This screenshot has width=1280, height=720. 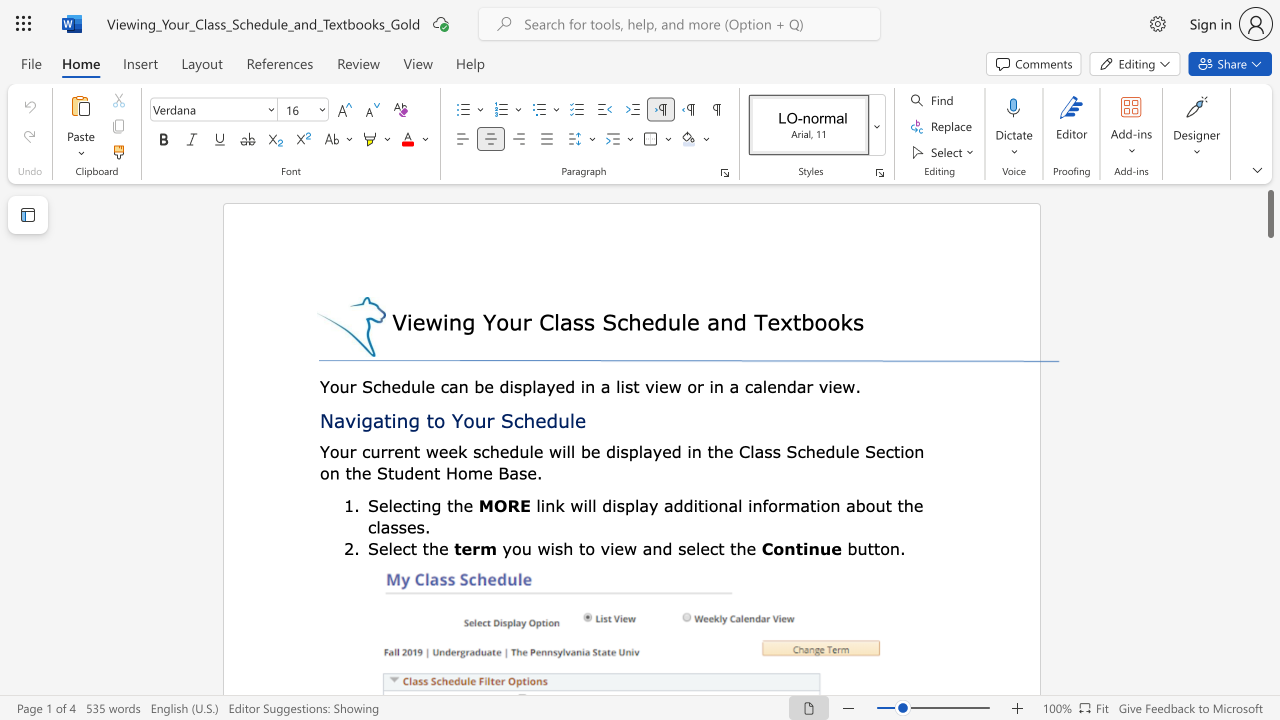 I want to click on the scrollbar to move the view down, so click(x=1269, y=670).